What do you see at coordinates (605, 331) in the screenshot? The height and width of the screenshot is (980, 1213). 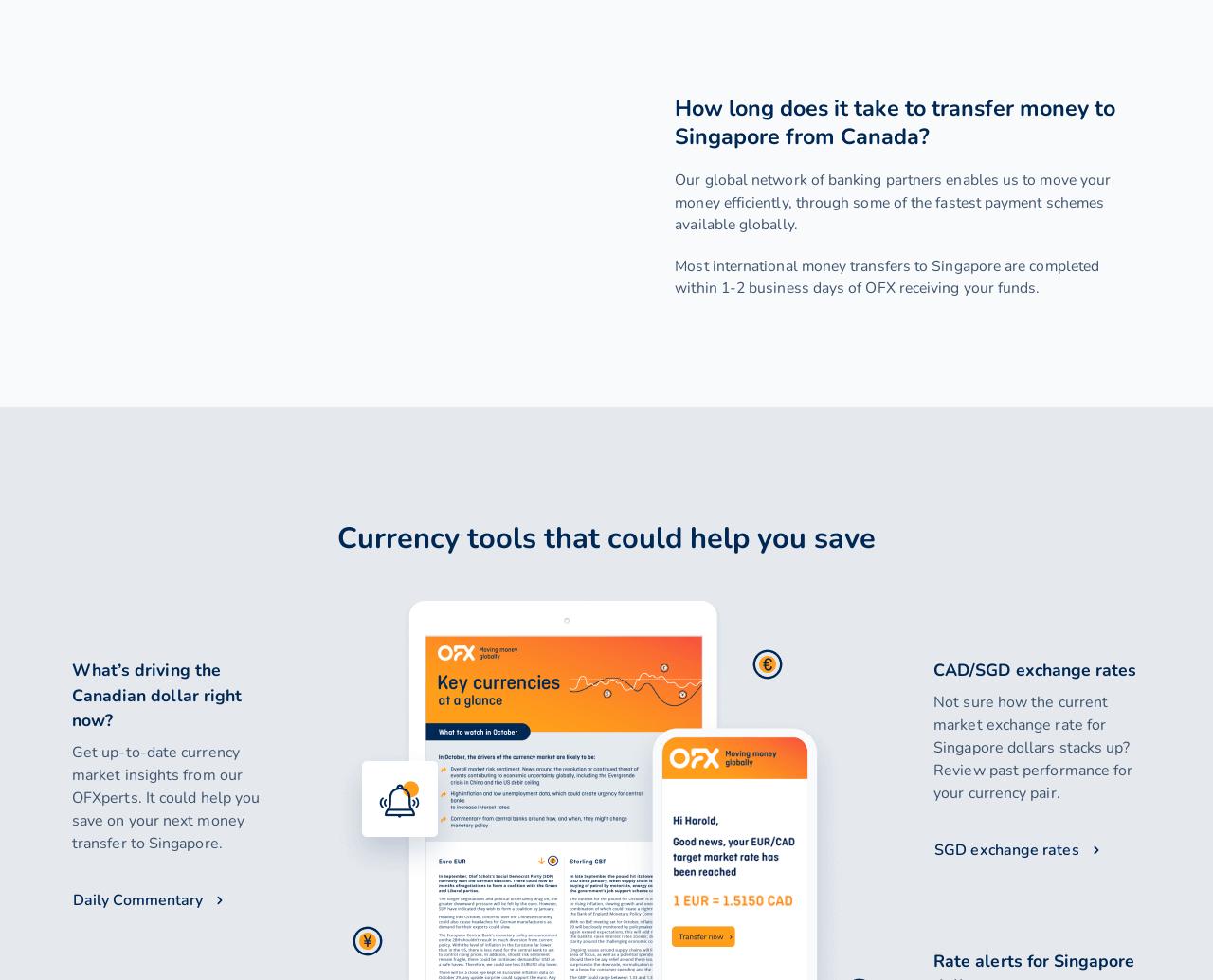 I see `'We make no recommendation as to the merits of any financial product referred to on this website.'` at bounding box center [605, 331].